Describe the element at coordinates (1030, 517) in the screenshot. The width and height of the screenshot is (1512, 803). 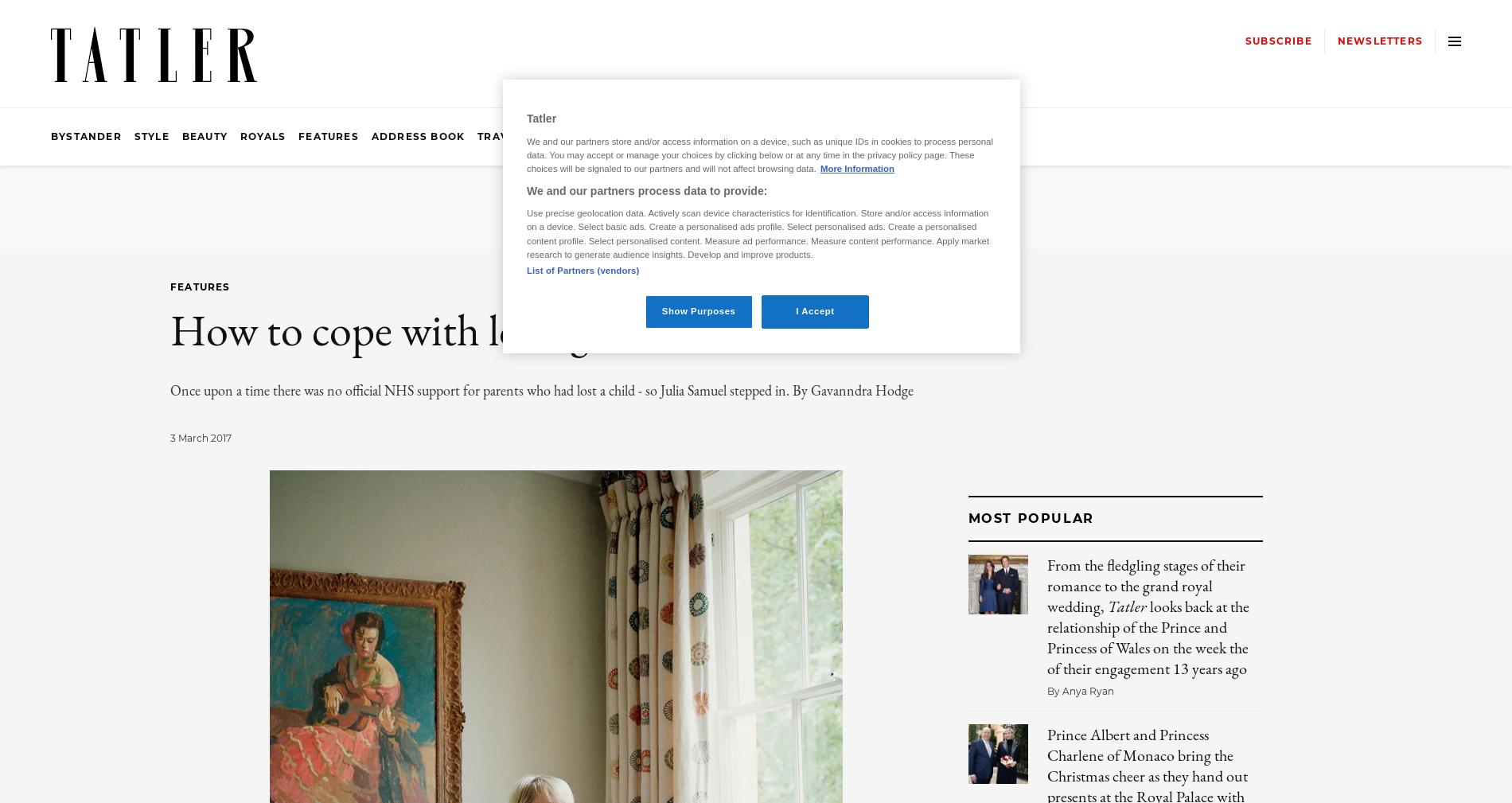
I see `'Most Popular'` at that location.